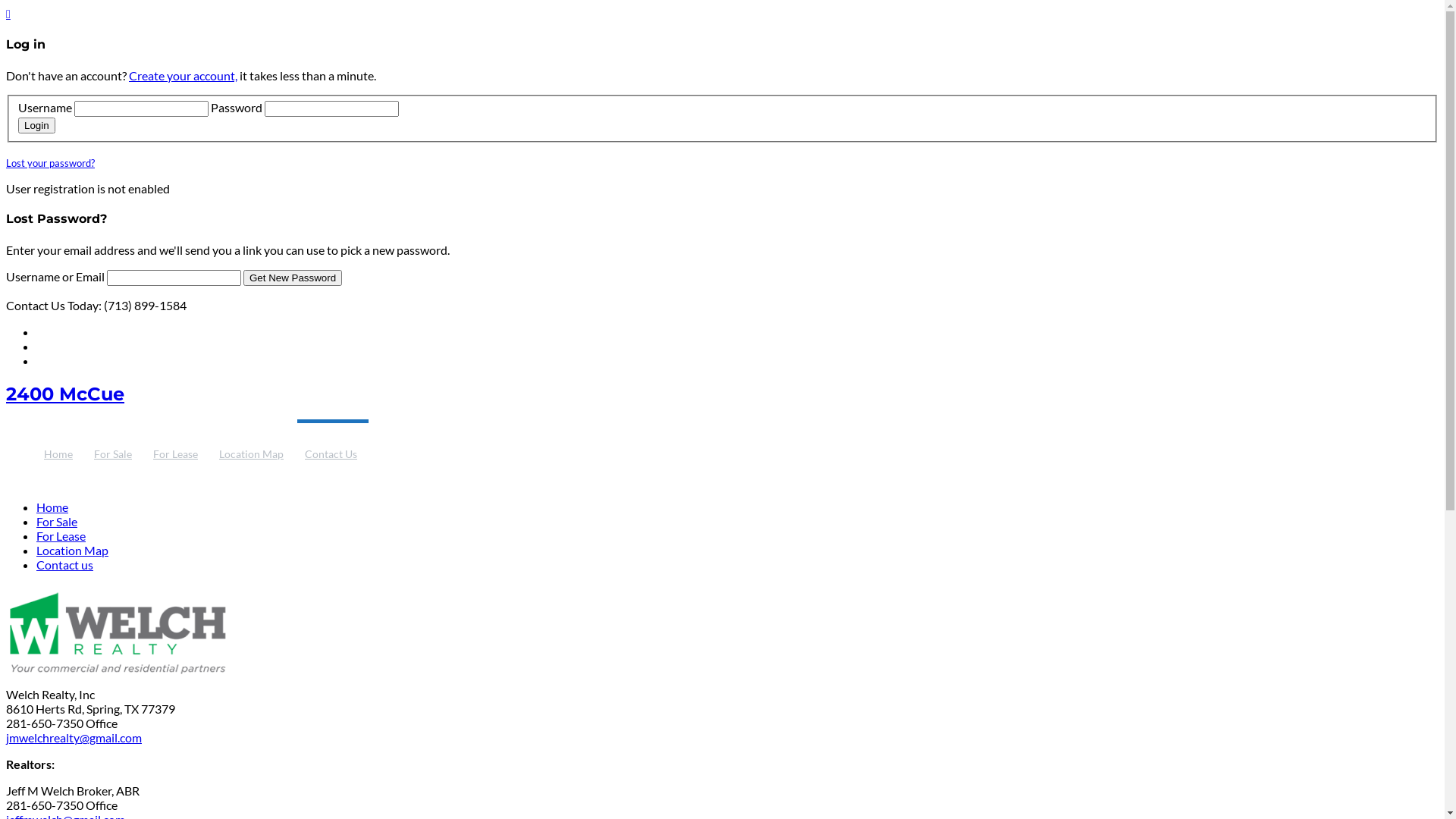 The width and height of the screenshot is (1456, 819). Describe the element at coordinates (114, 444) in the screenshot. I see `'For Sale'` at that location.